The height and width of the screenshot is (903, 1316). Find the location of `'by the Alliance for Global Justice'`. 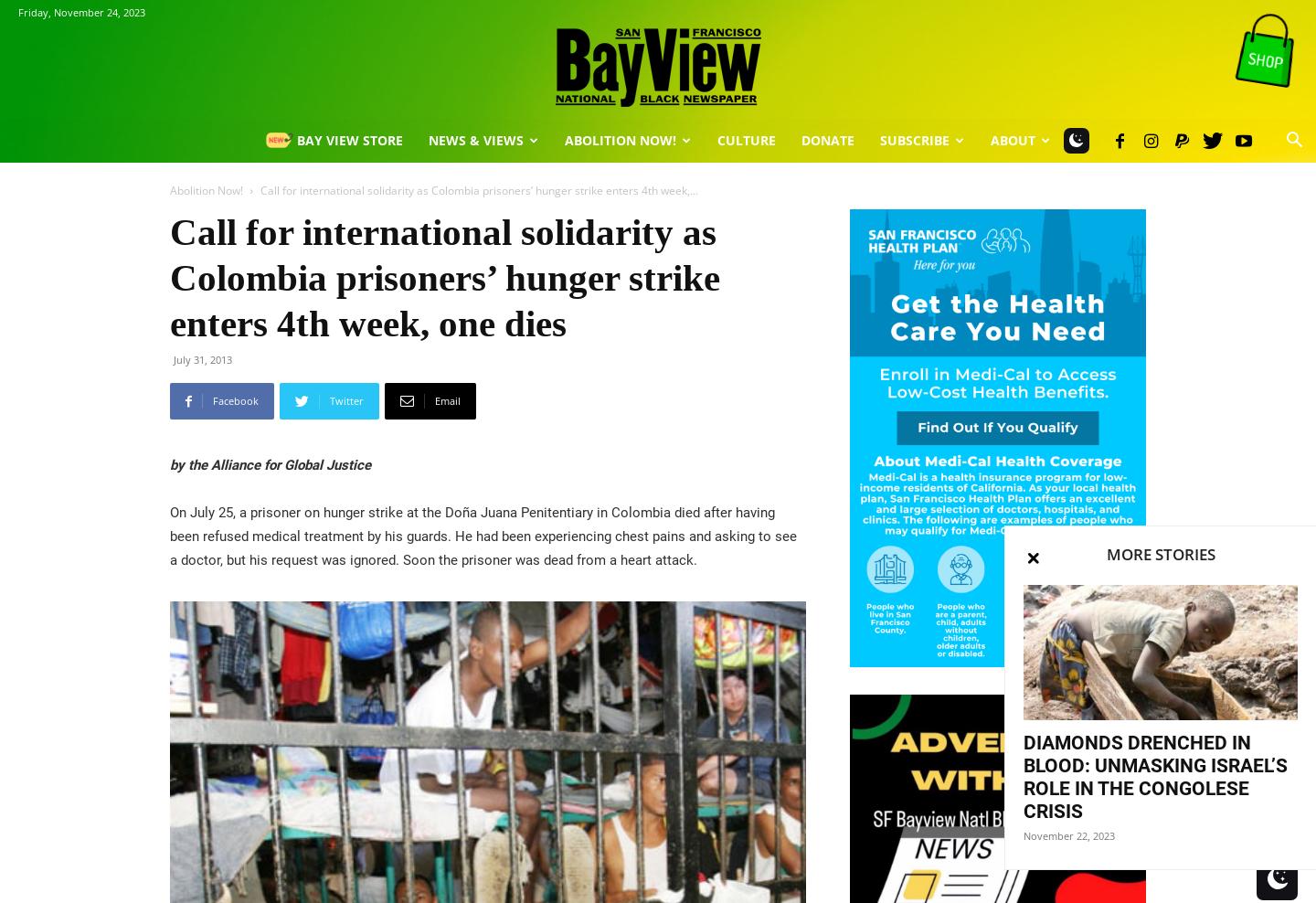

'by the Alliance for Global Justice' is located at coordinates (270, 464).